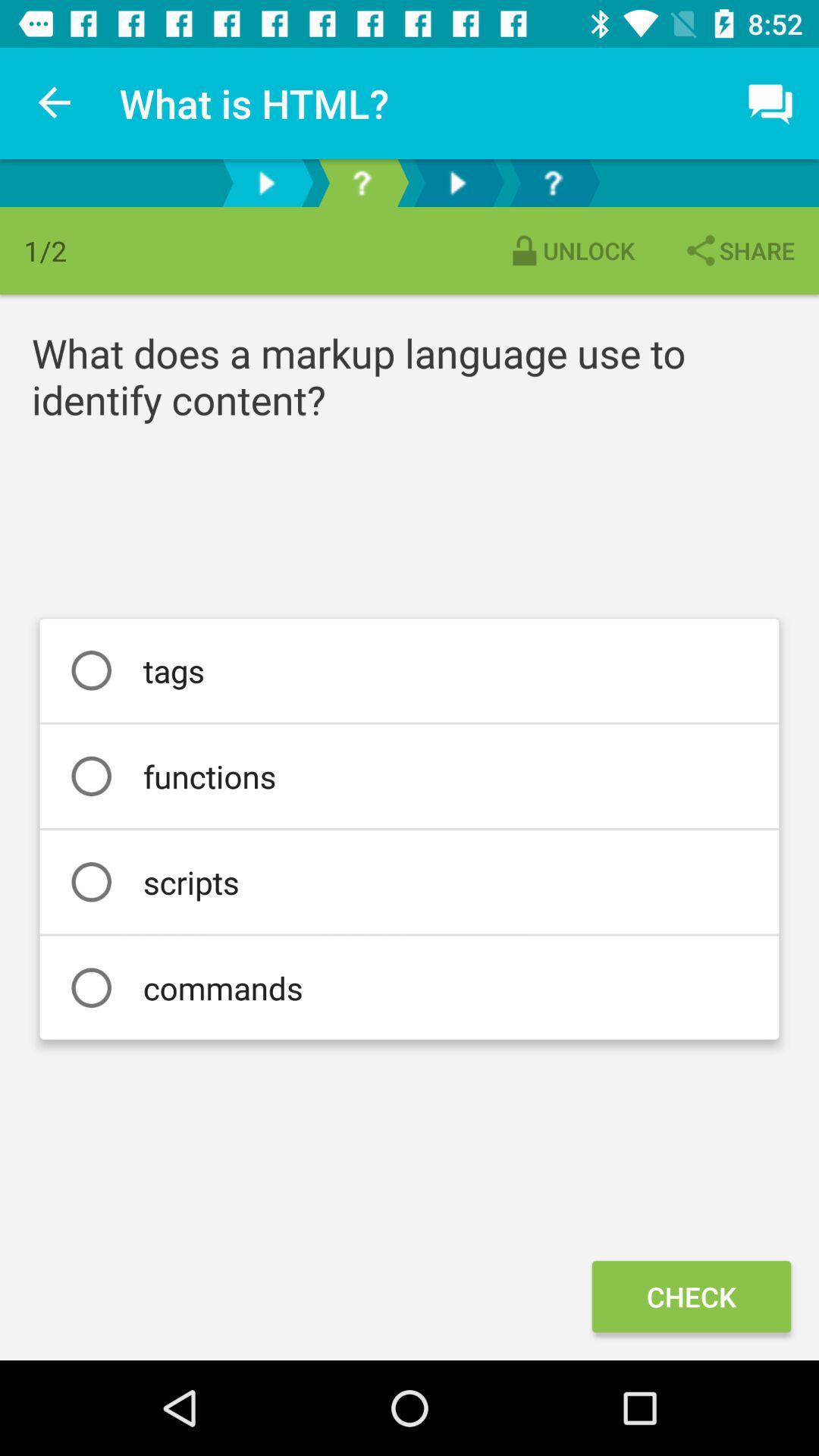 The image size is (819, 1456). I want to click on previous question, so click(265, 182).